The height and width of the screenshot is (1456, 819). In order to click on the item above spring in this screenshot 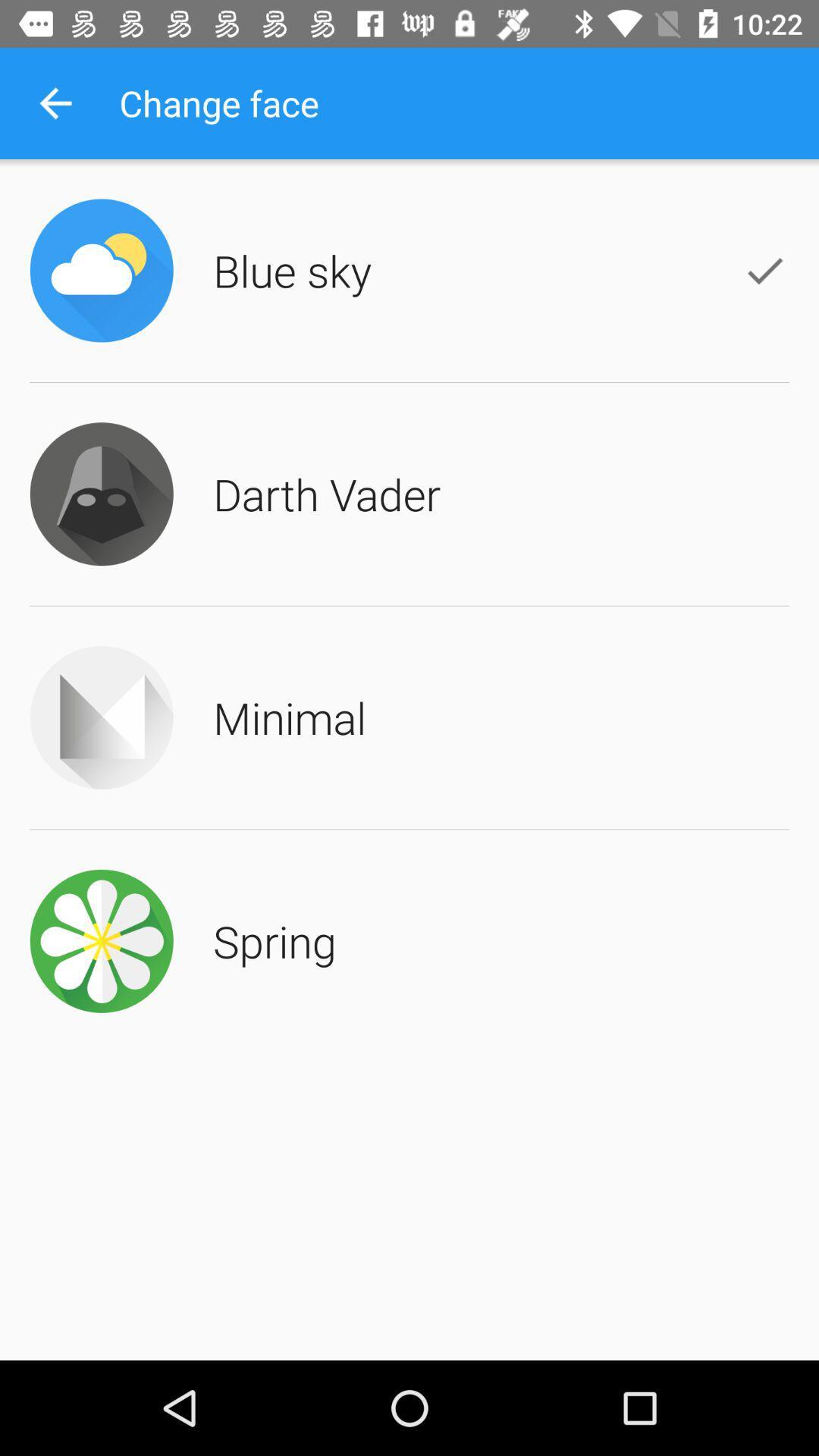, I will do `click(290, 717)`.